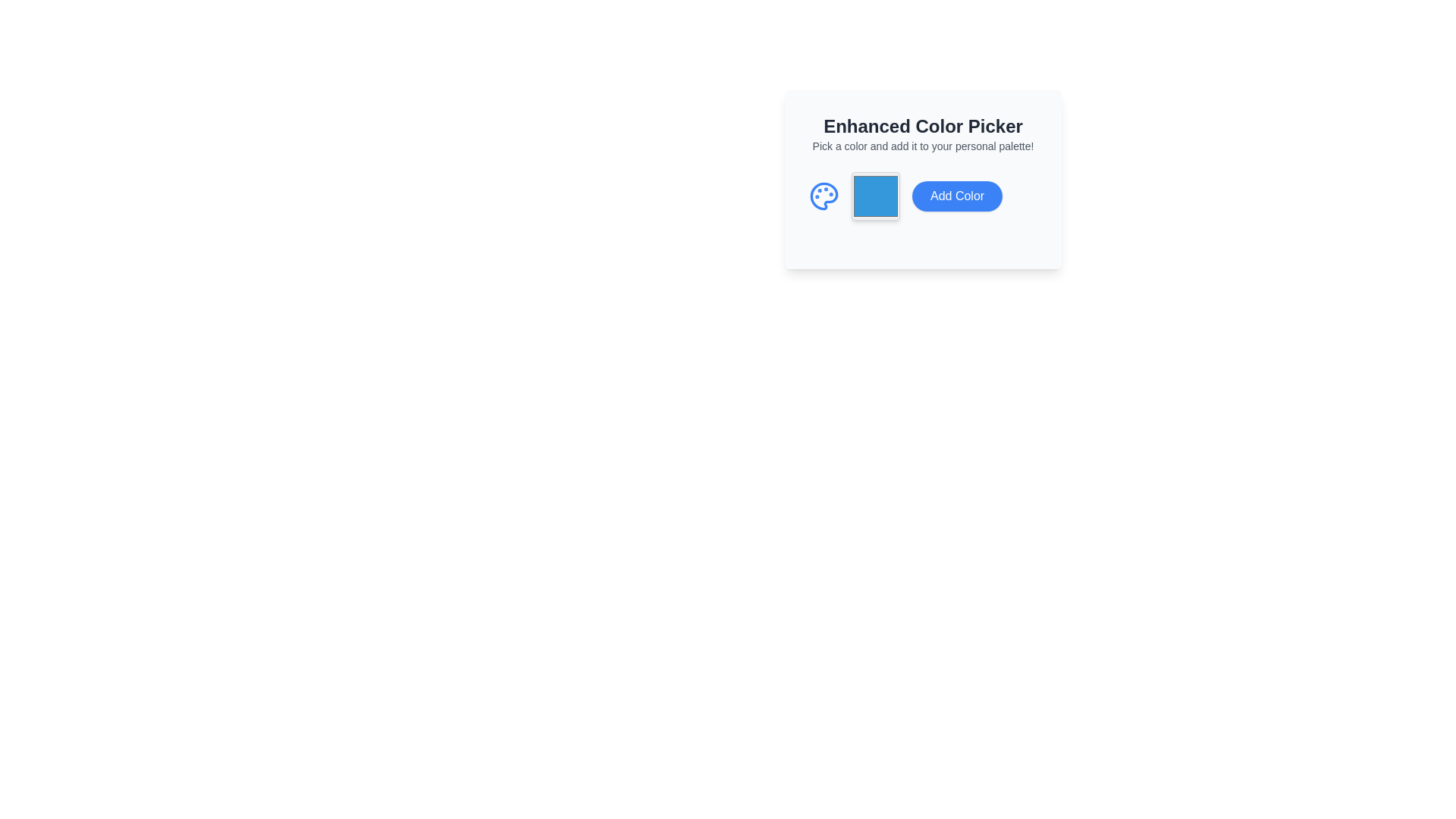 This screenshot has width=1456, height=819. I want to click on the 'Add Color' button, a blue button with rounded corners containing white text, located in the 'Enhanced Color Picker' interface to the right of a color display, so click(922, 208).